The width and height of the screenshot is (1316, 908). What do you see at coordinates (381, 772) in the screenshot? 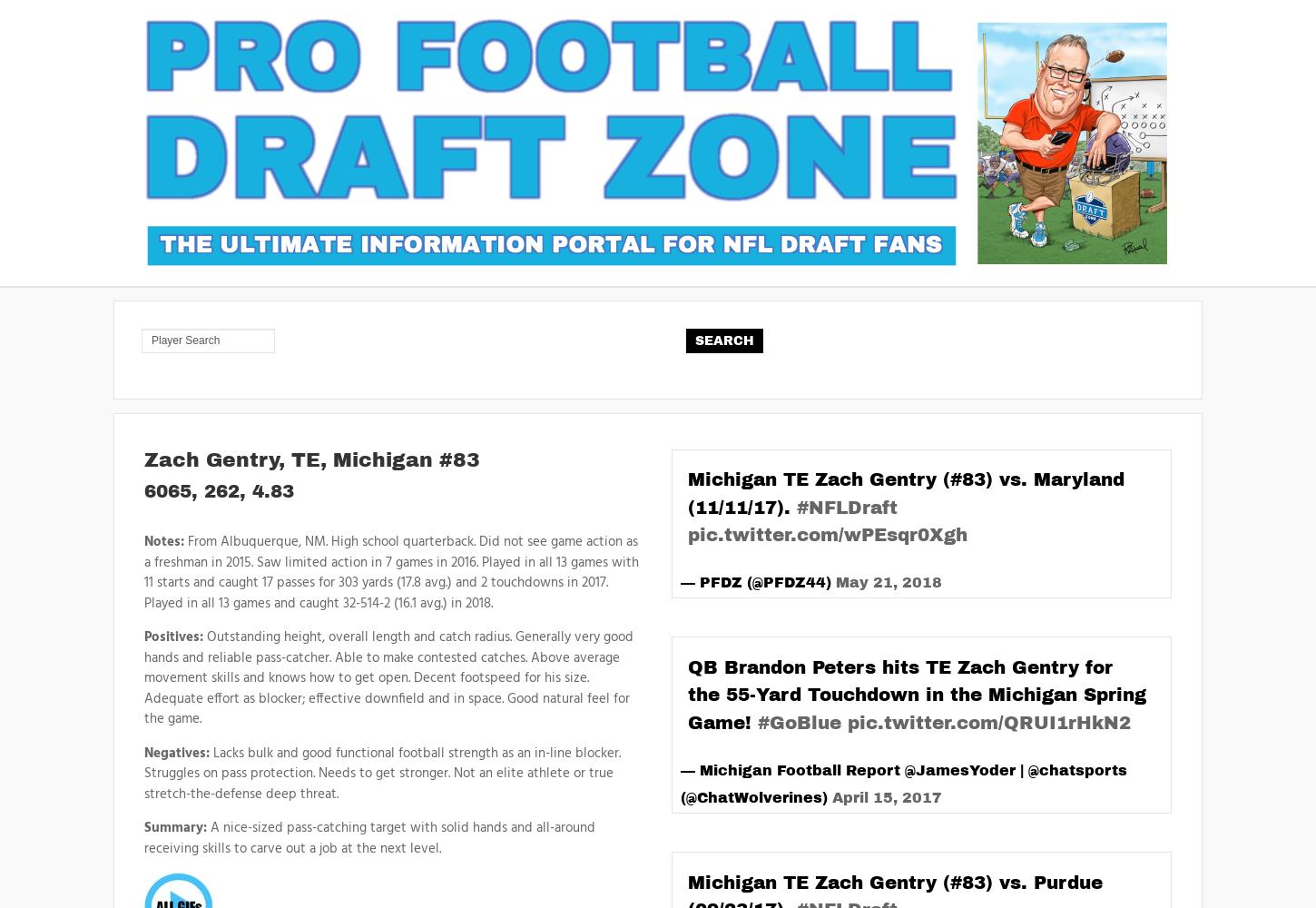
I see `'Lacks bulk and good functional football strength as an in-line blocker. Struggles on pass protection. Needs to get stronger. Not an elite athlete or true stretch-the-defense deep threat.'` at bounding box center [381, 772].